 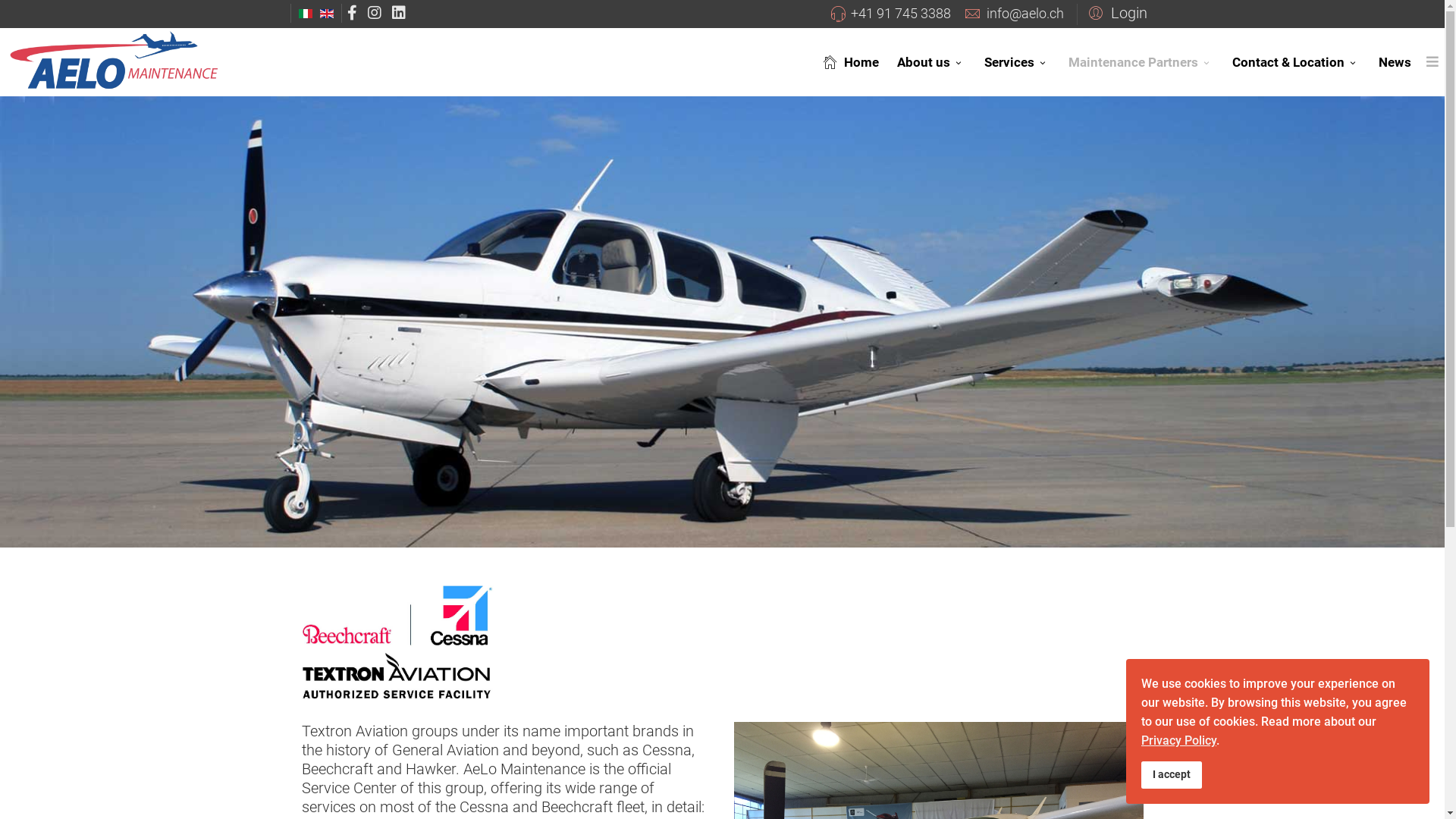 What do you see at coordinates (930, 61) in the screenshot?
I see `'About us'` at bounding box center [930, 61].